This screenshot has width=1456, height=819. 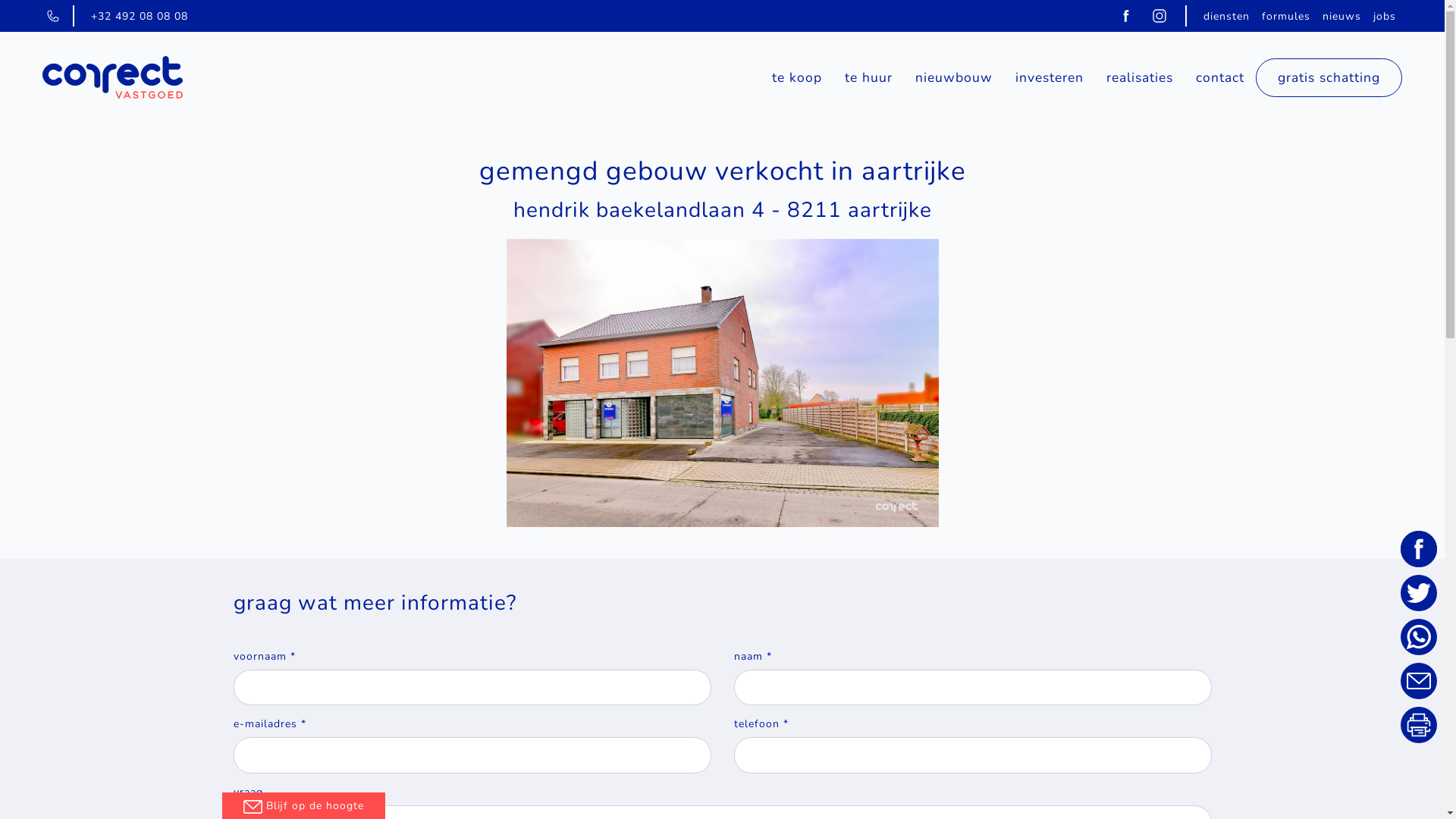 What do you see at coordinates (139, 15) in the screenshot?
I see `'+32 492 08 08 08'` at bounding box center [139, 15].